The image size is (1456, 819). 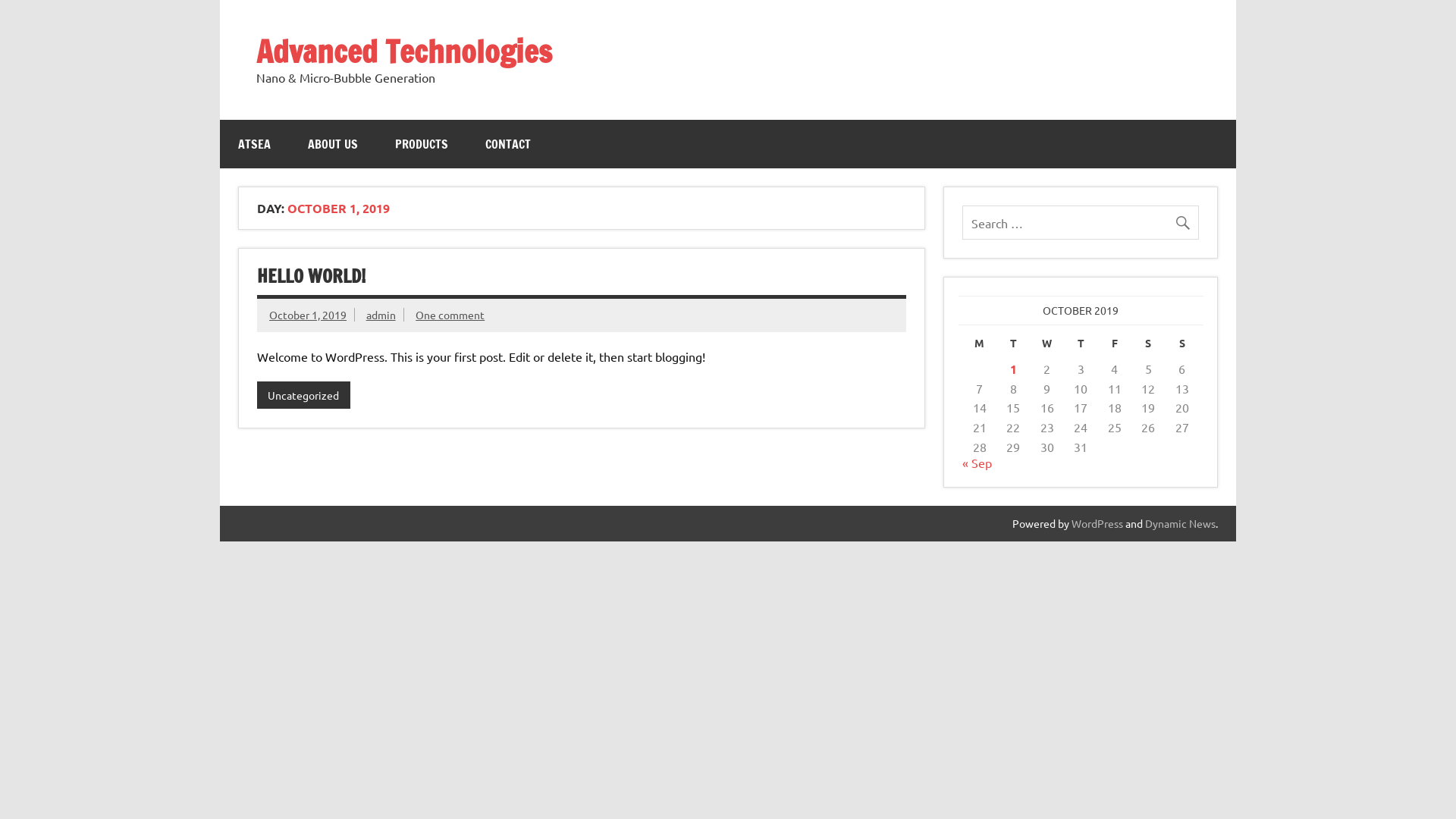 I want to click on 'October 1, 2019', so click(x=307, y=314).